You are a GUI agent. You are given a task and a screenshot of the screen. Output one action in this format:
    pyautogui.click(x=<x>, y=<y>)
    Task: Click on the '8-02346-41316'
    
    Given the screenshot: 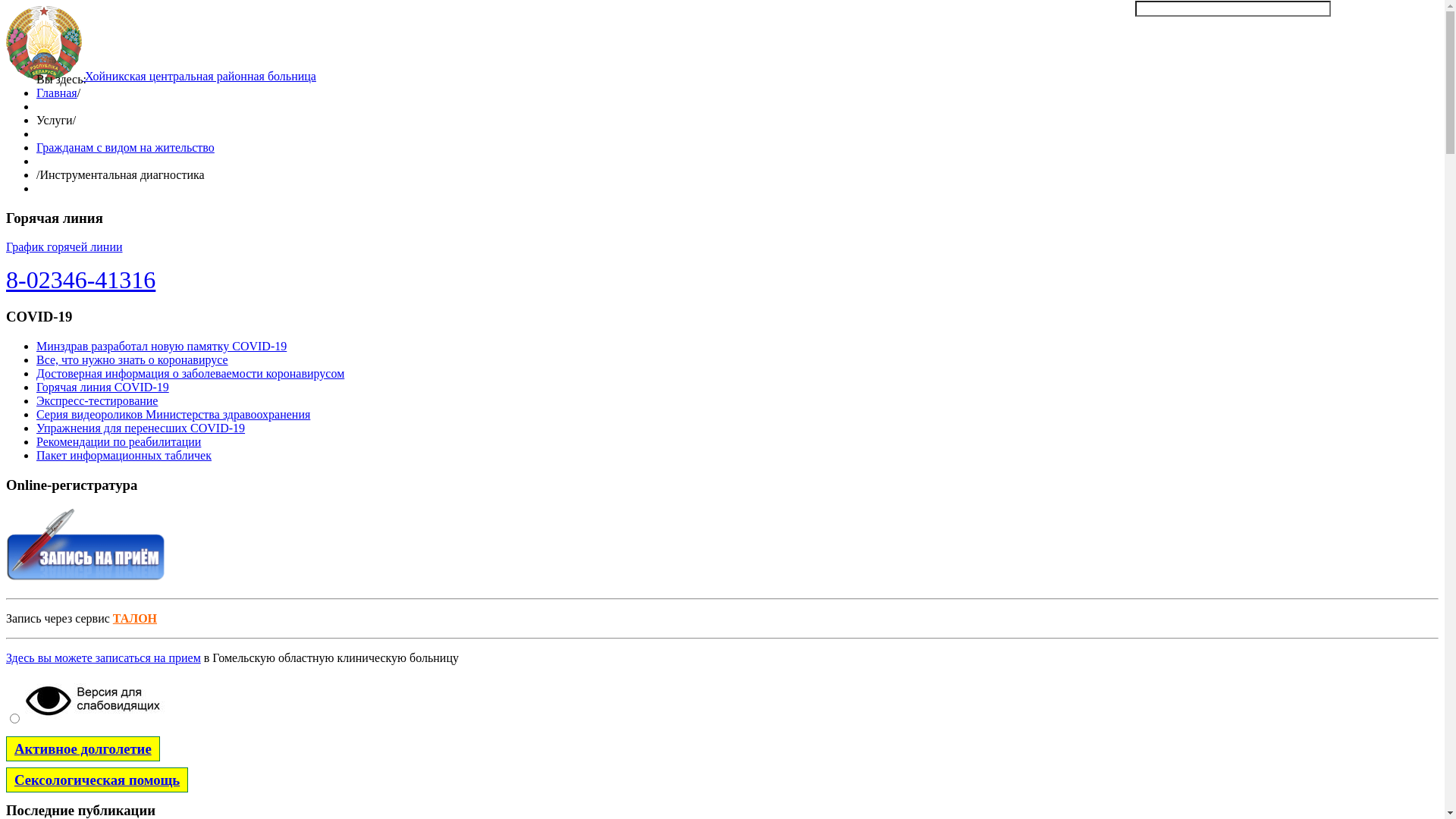 What is the action you would take?
    pyautogui.click(x=80, y=280)
    